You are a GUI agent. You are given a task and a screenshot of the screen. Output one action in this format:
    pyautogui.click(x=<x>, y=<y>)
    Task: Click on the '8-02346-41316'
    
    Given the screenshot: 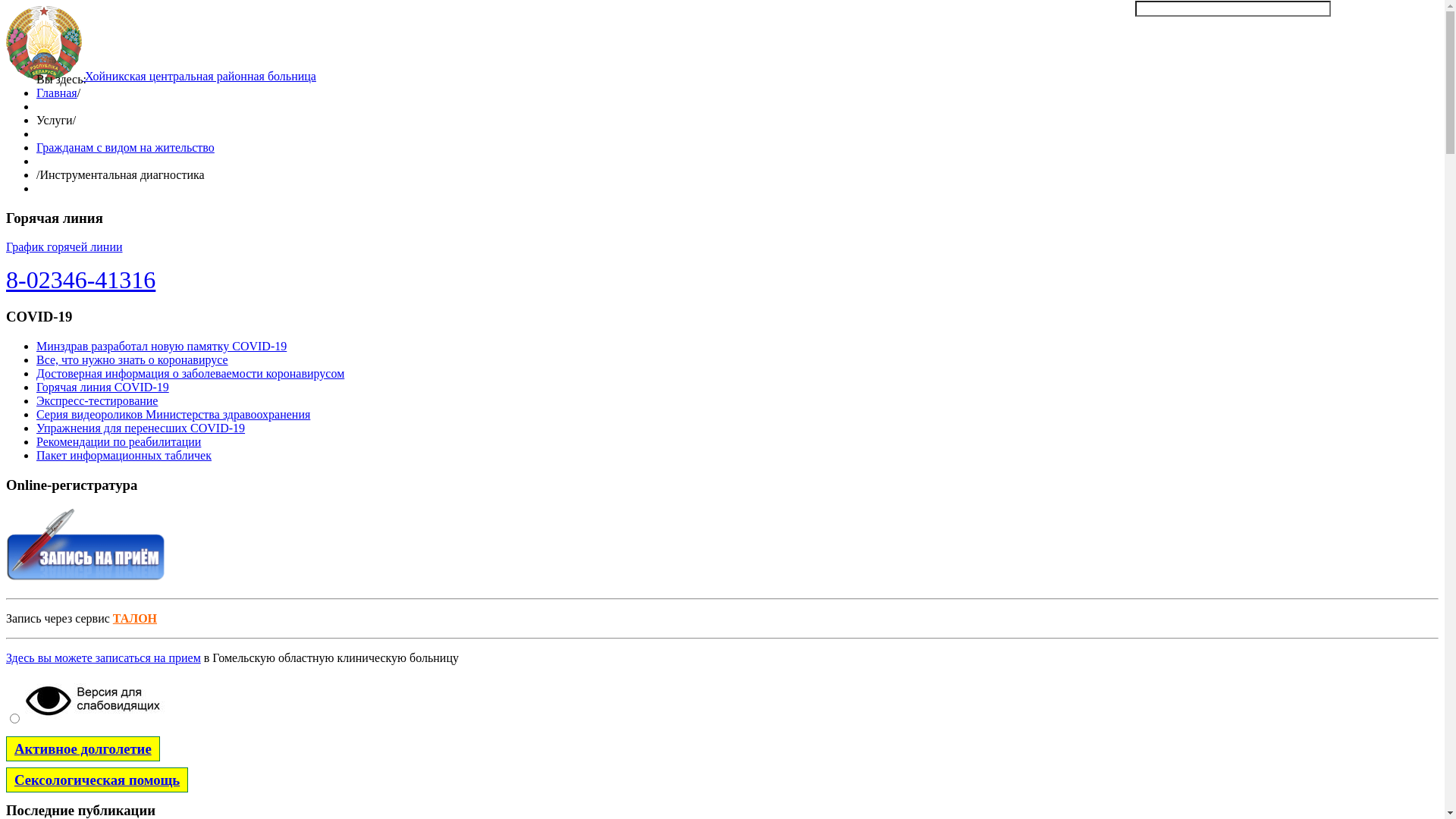 What is the action you would take?
    pyautogui.click(x=80, y=280)
    